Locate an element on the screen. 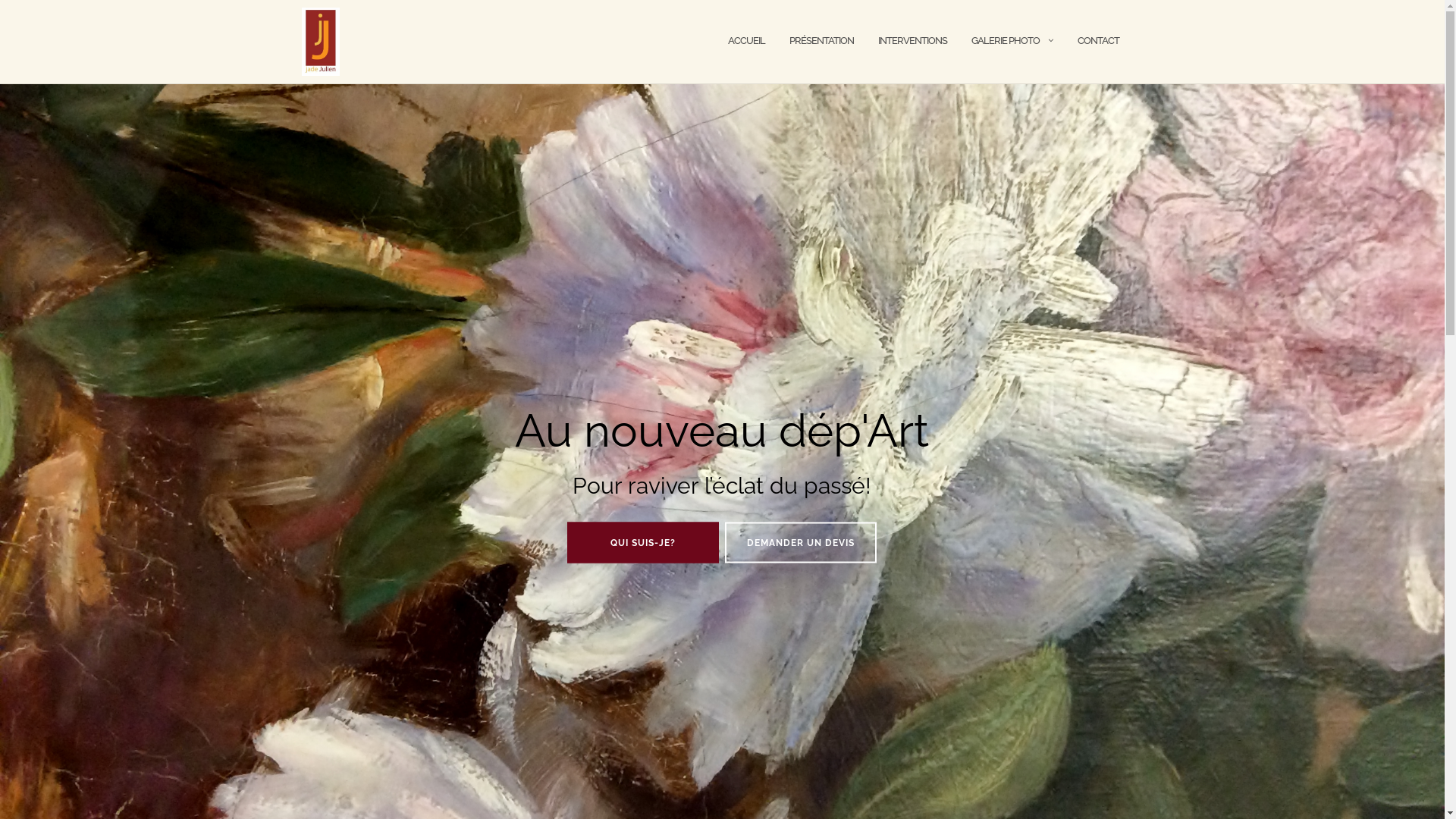 This screenshot has width=1456, height=819. 'ACCUEIL' is located at coordinates (746, 40).